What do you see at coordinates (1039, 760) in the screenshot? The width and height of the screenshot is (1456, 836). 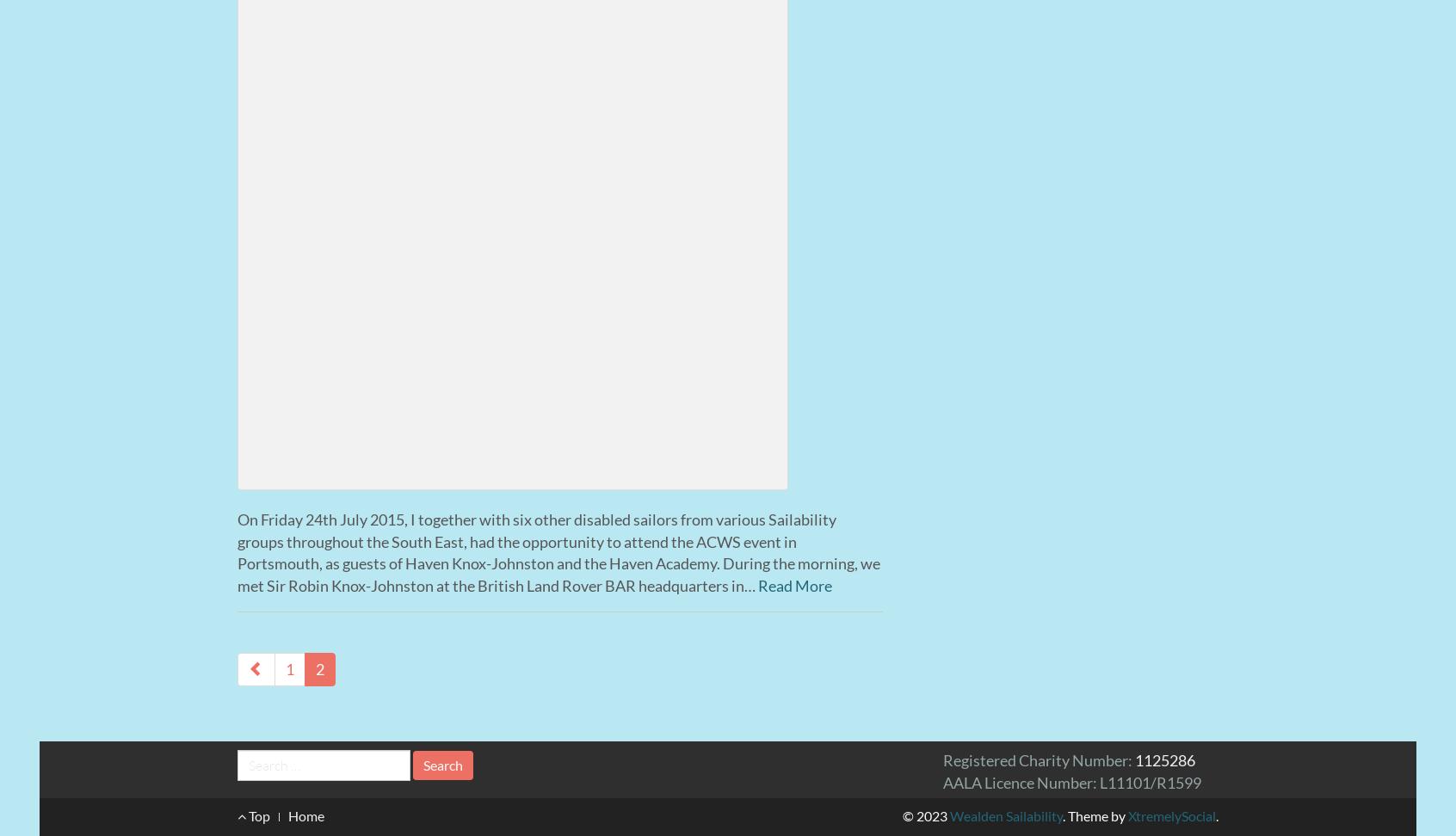 I see `'Registered Charity Number:'` at bounding box center [1039, 760].